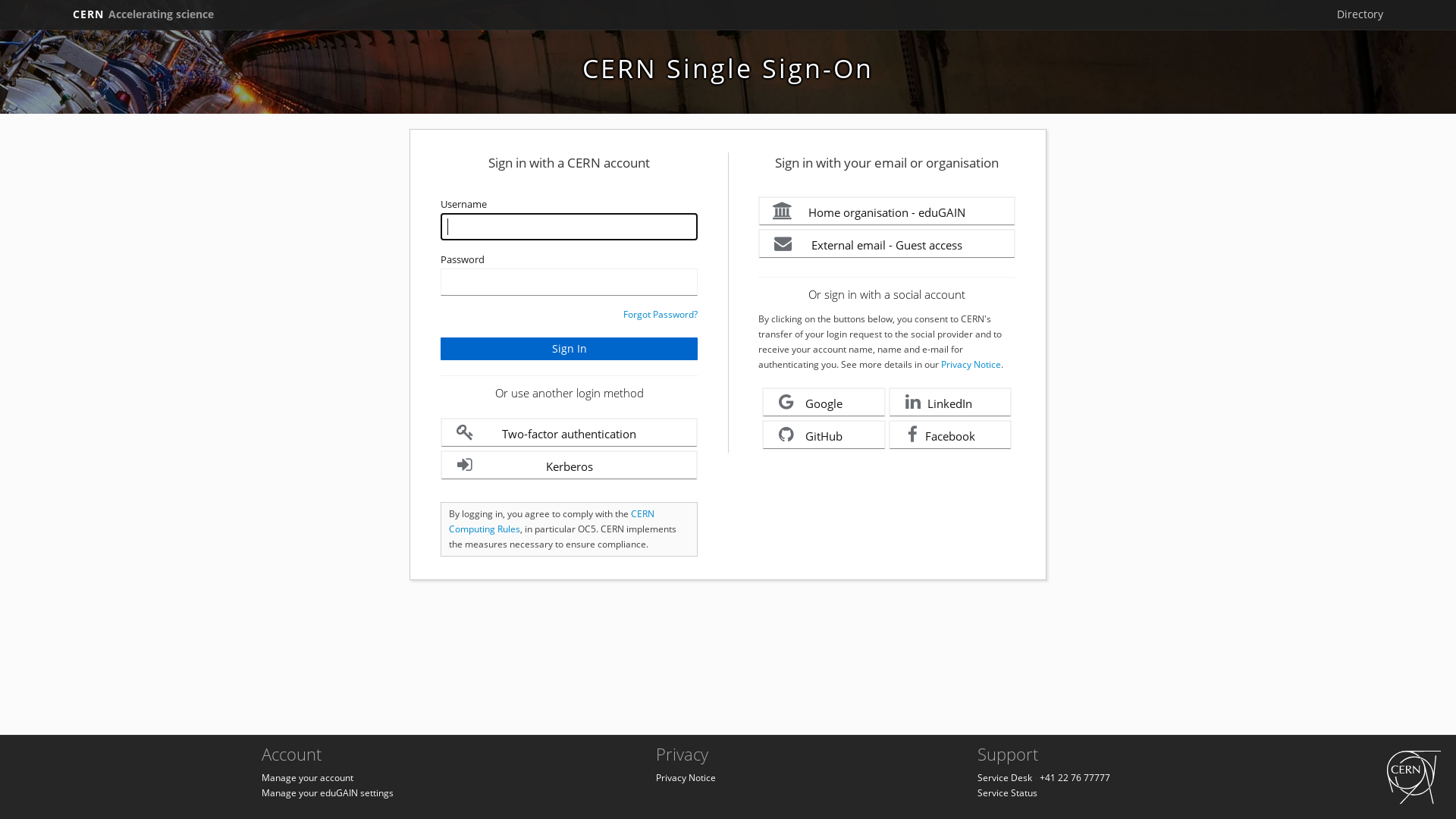 Image resolution: width=1456 pixels, height=819 pixels. Describe the element at coordinates (568, 464) in the screenshot. I see `'Kerberos'` at that location.